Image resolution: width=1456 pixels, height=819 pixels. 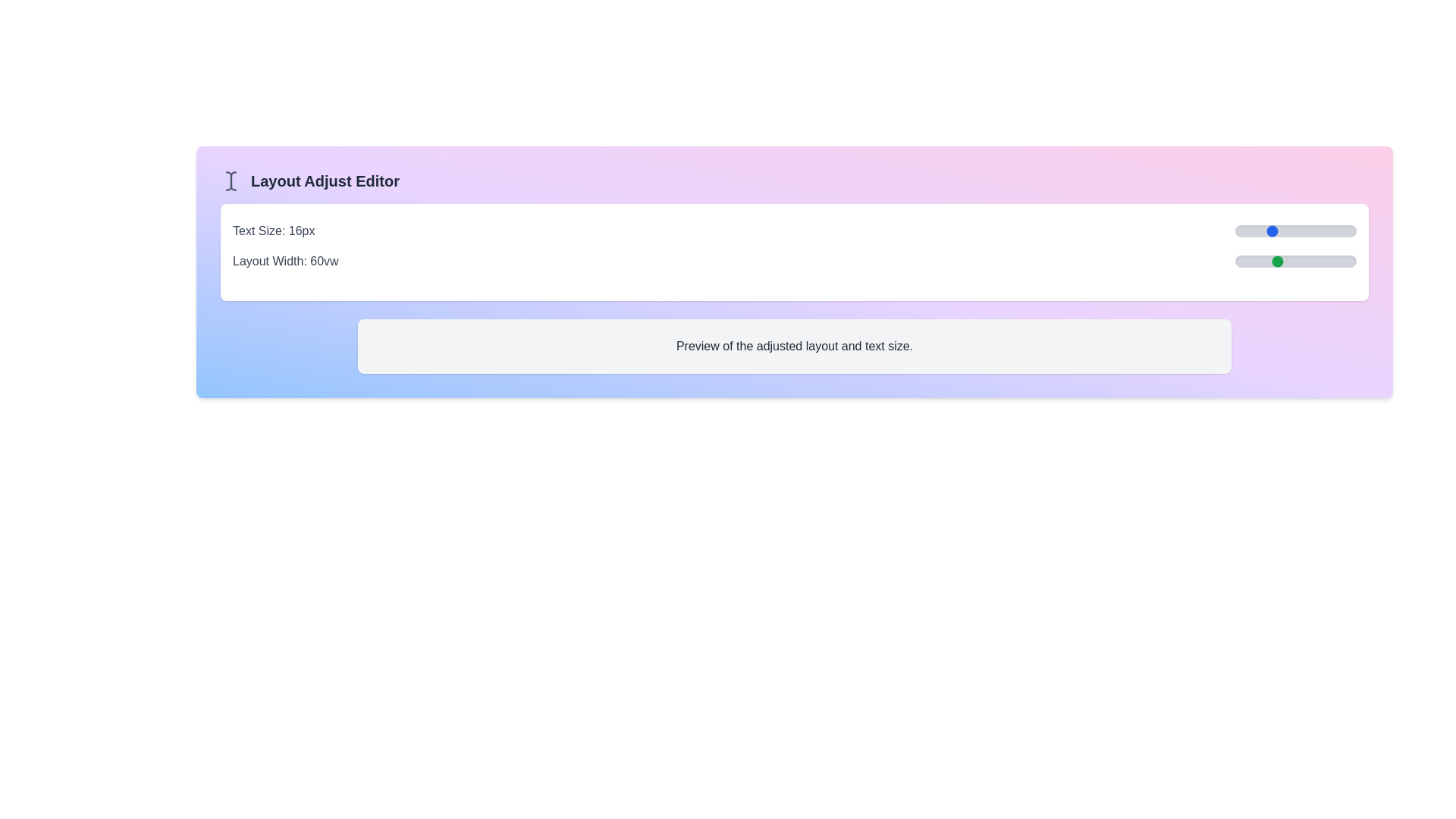 I want to click on the slider, so click(x=1257, y=231).